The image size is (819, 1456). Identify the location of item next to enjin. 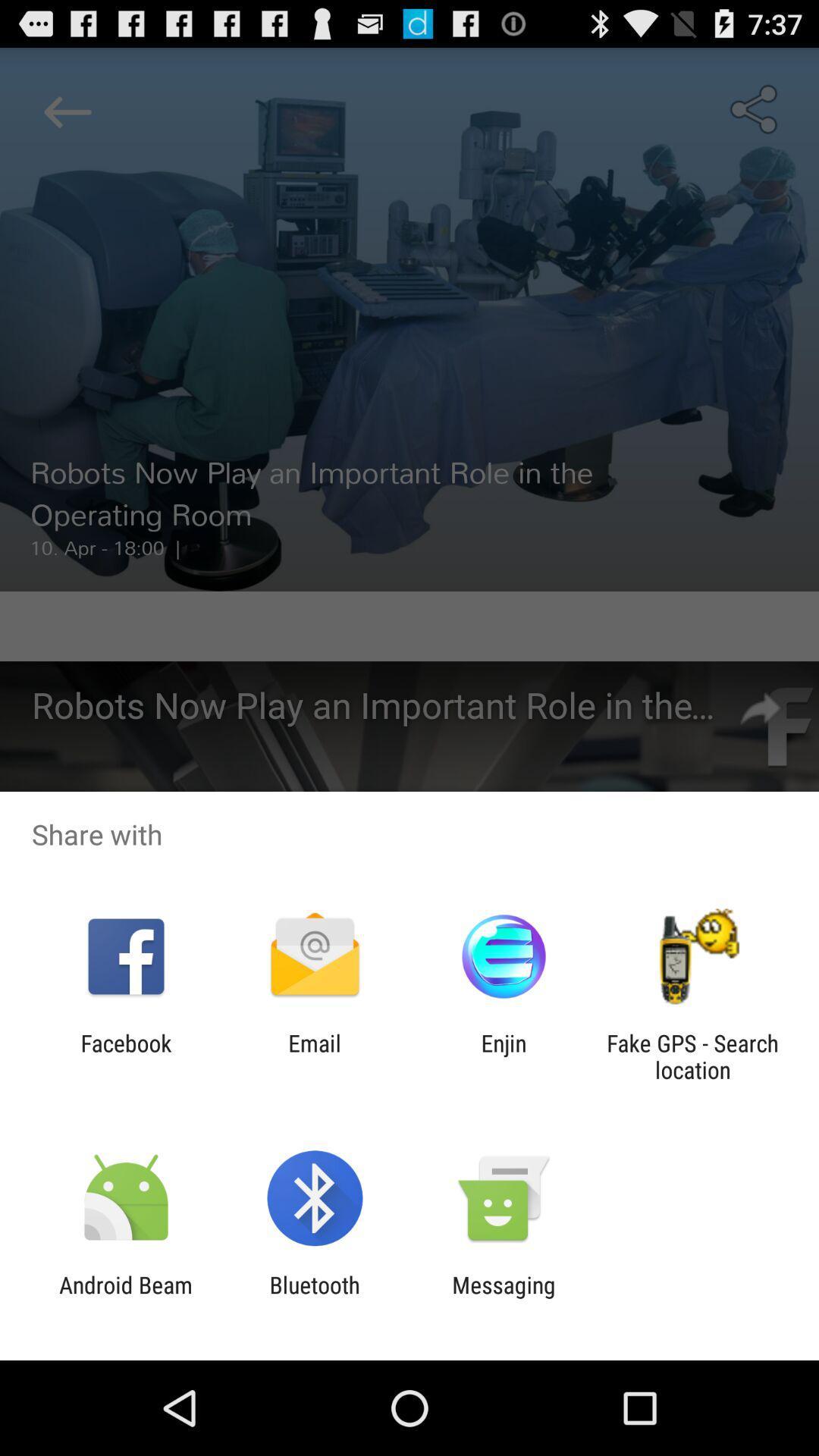
(314, 1056).